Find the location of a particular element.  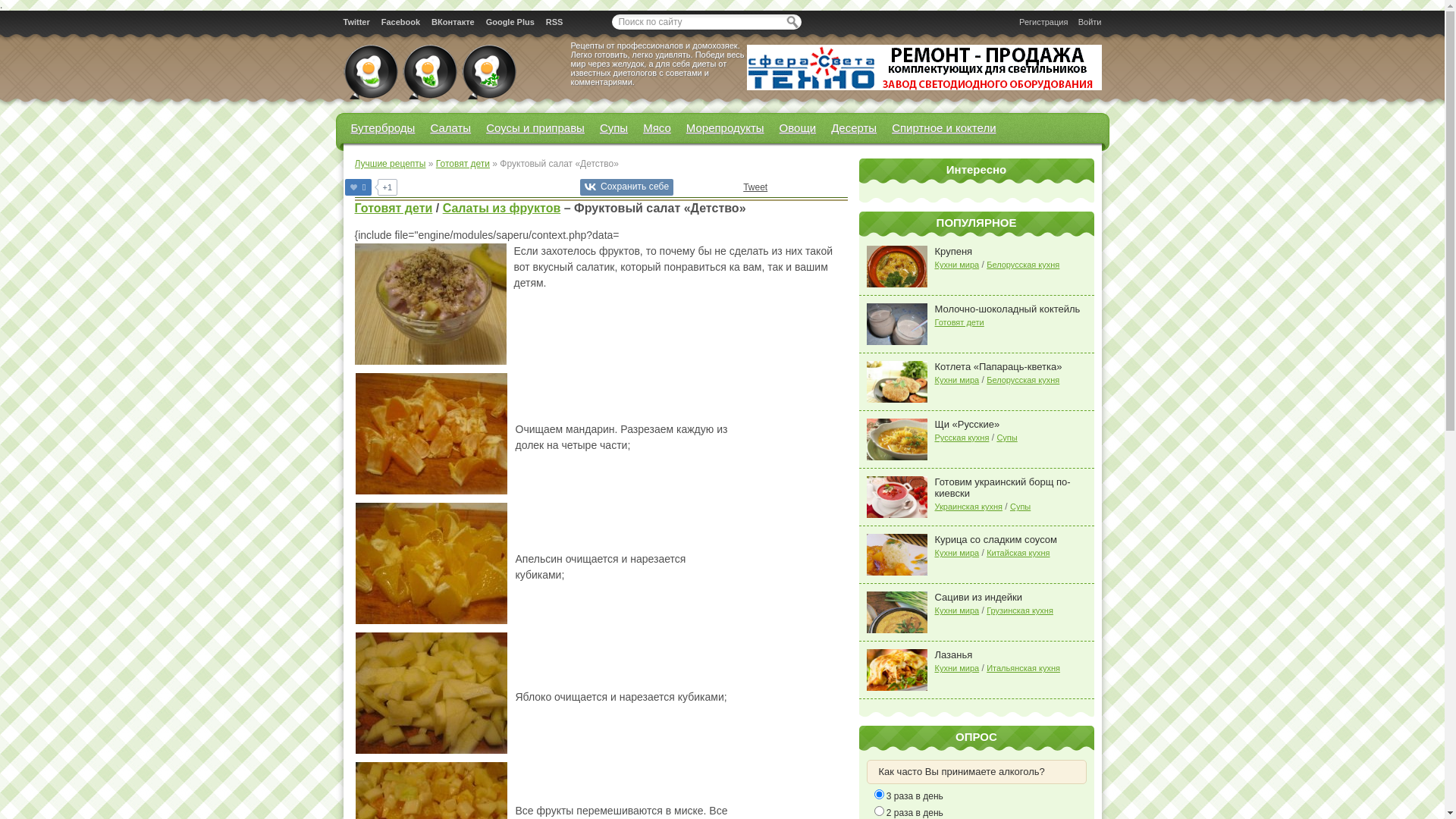

'Google Plus' is located at coordinates (510, 22).